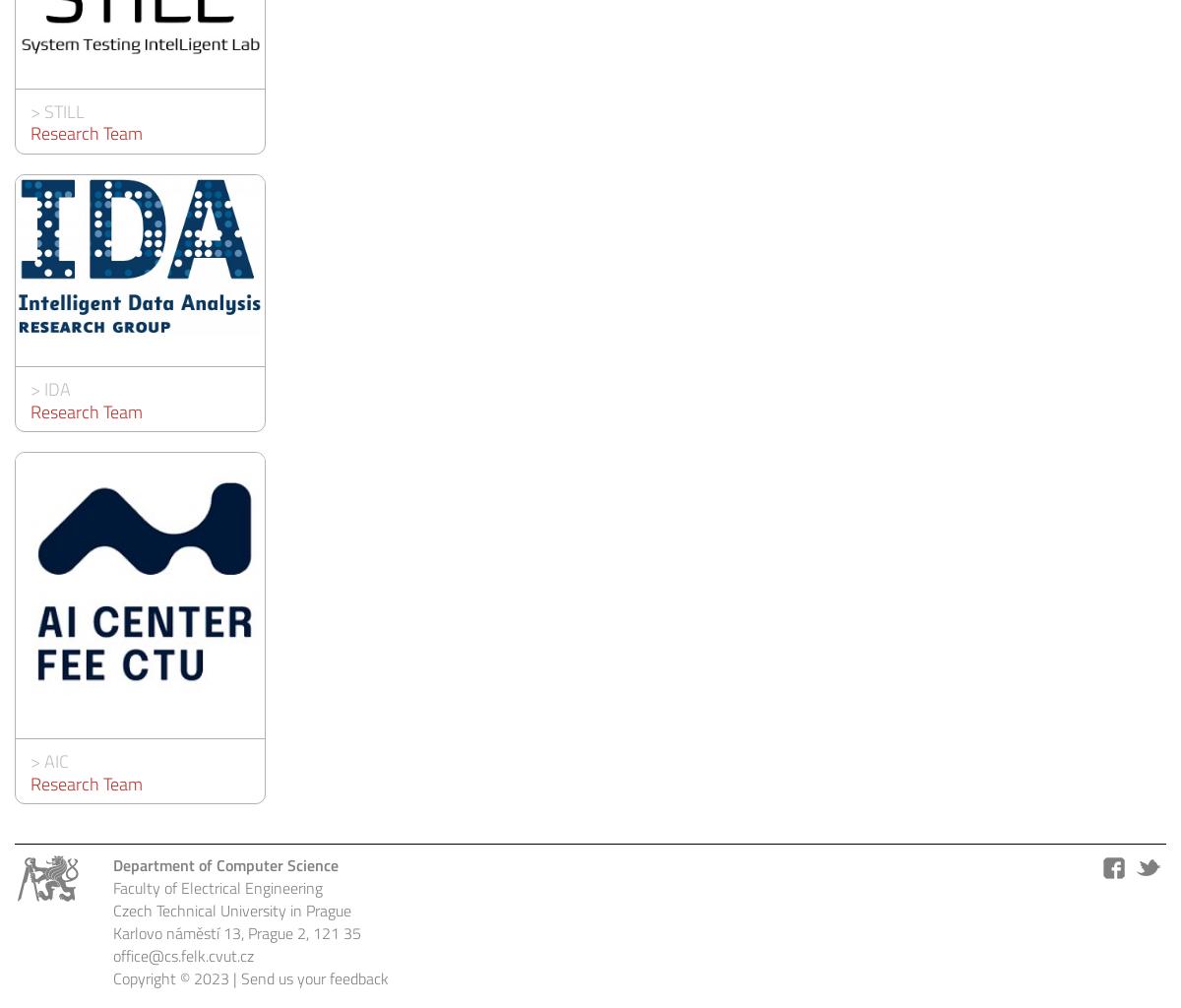 The width and height of the screenshot is (1181, 1008). Describe the element at coordinates (56, 760) in the screenshot. I see `'AIC'` at that location.